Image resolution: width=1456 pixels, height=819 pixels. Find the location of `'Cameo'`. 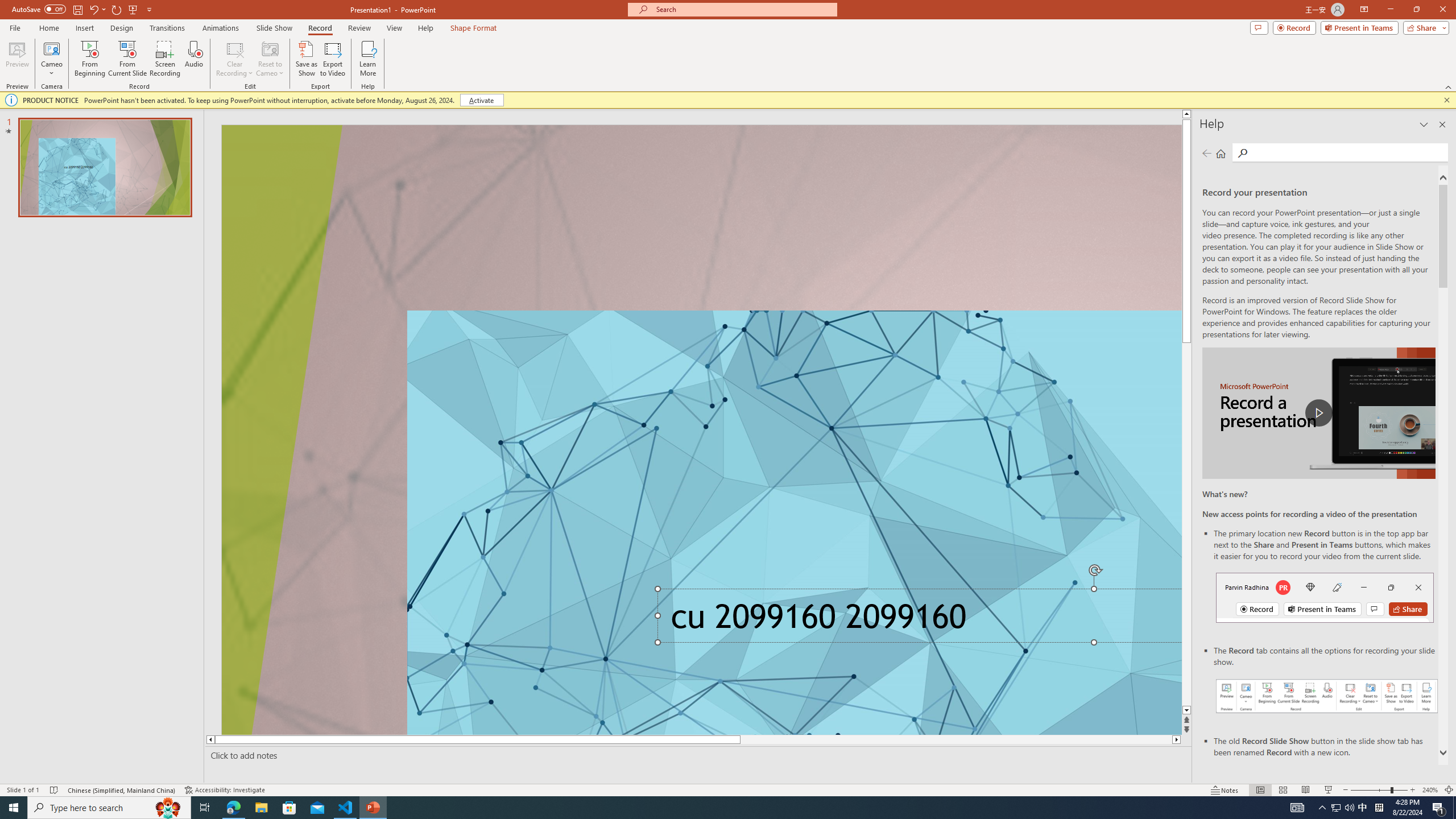

'Cameo' is located at coordinates (51, 48).